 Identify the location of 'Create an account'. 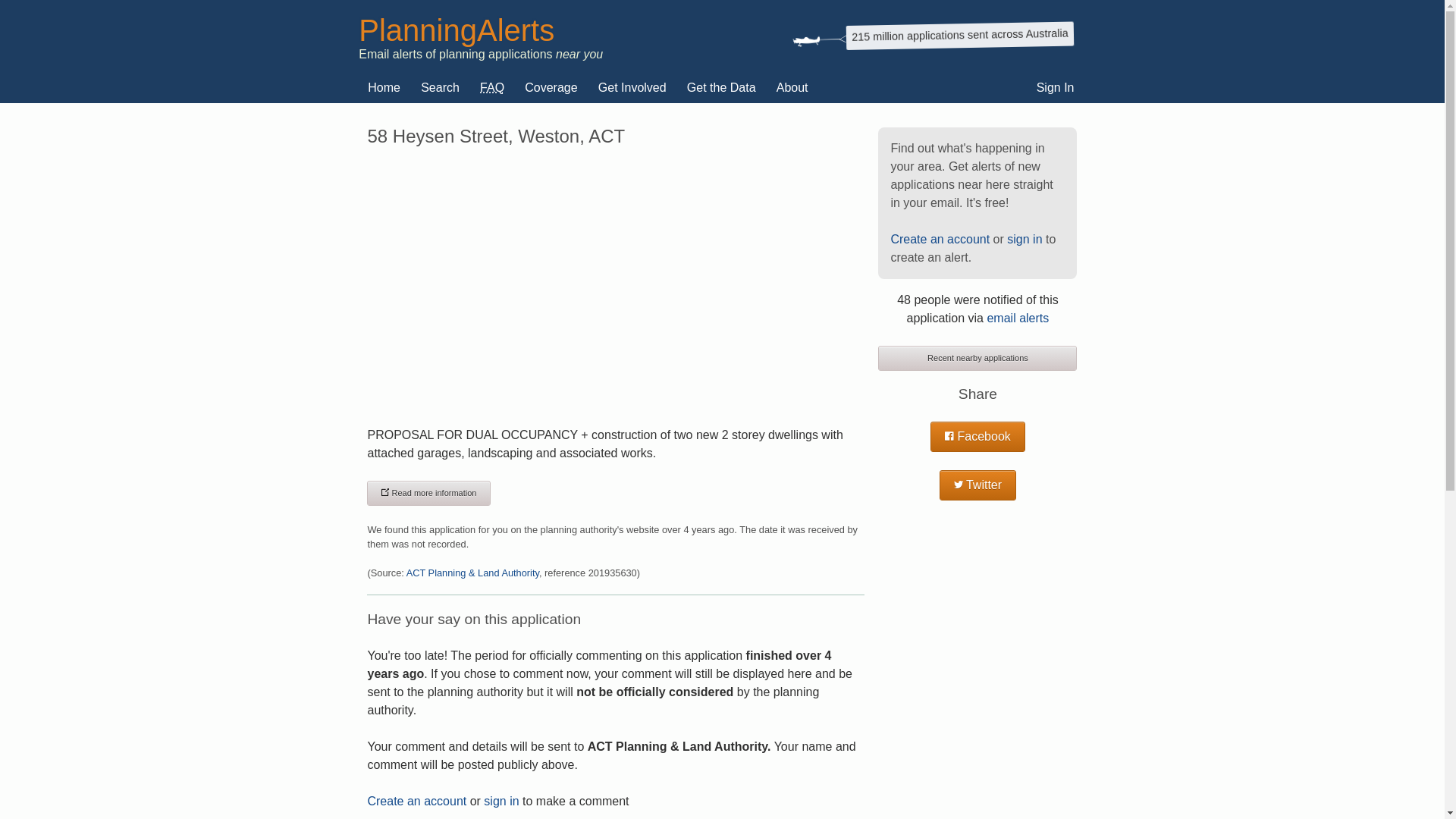
(939, 239).